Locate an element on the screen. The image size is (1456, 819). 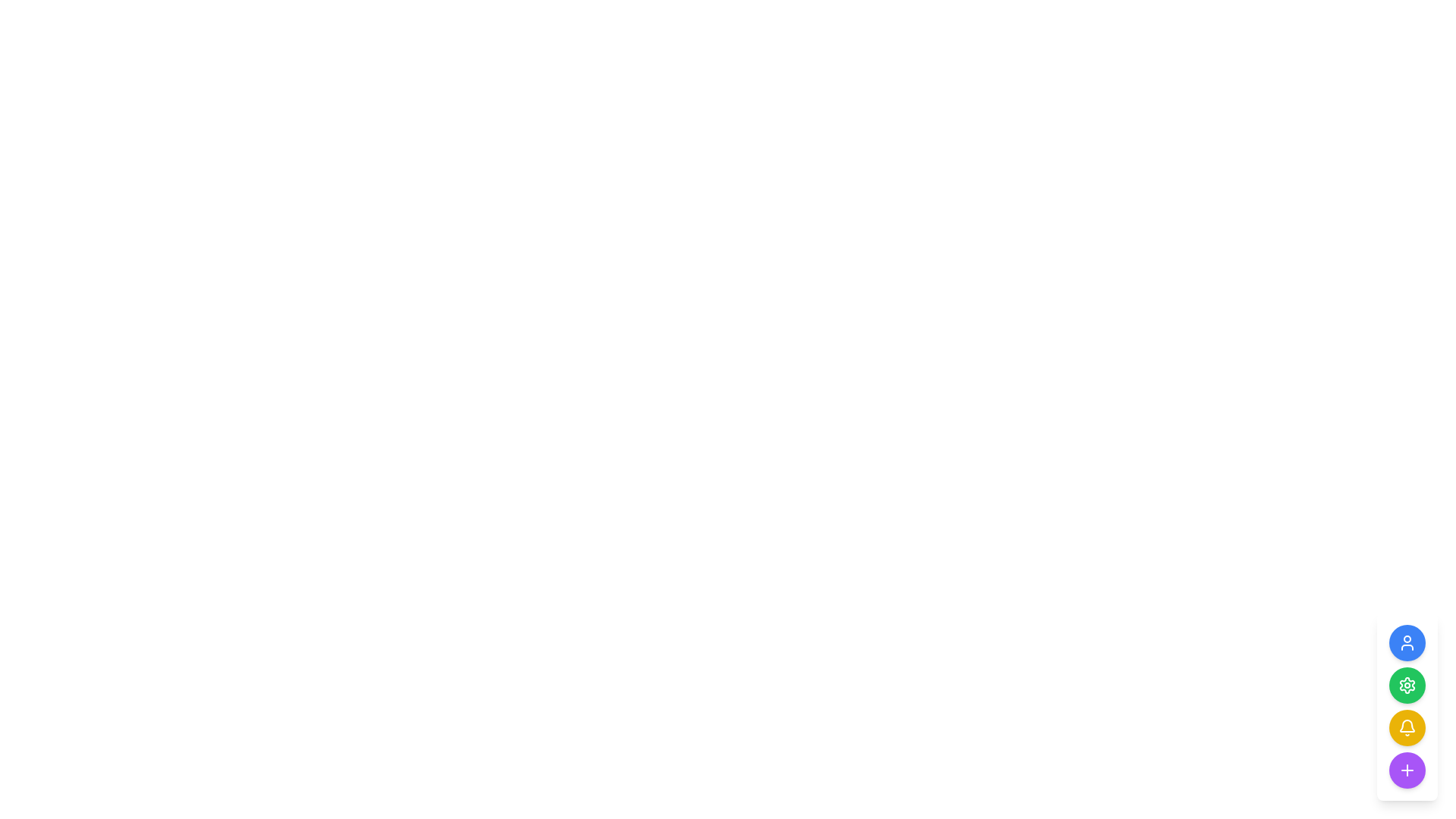
the cog icon located within the green circular button, which is the second button from the top in a vertical stack on the right side of the interface is located at coordinates (1407, 685).